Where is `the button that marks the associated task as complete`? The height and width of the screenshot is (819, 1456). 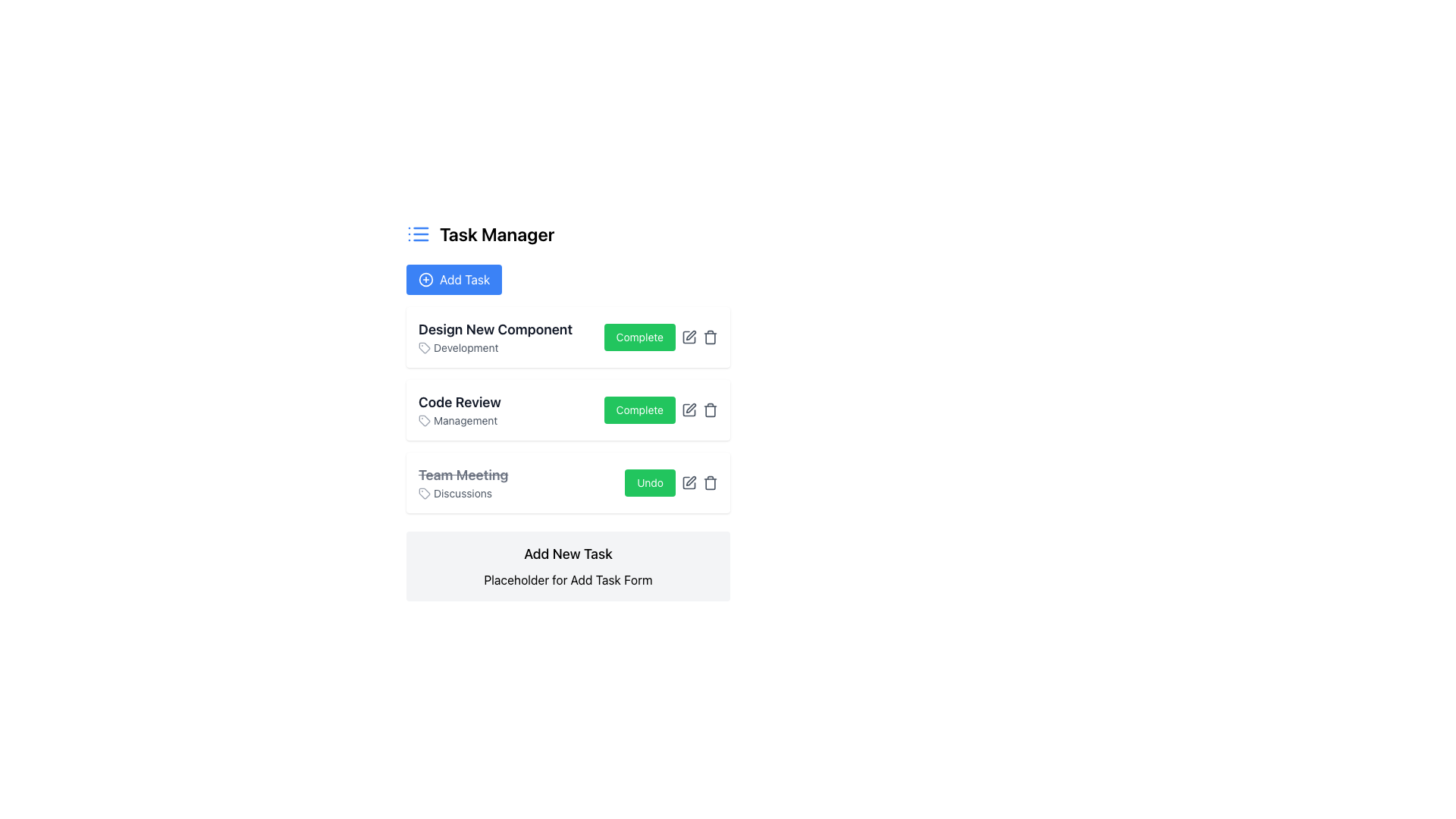
the button that marks the associated task as complete is located at coordinates (639, 409).